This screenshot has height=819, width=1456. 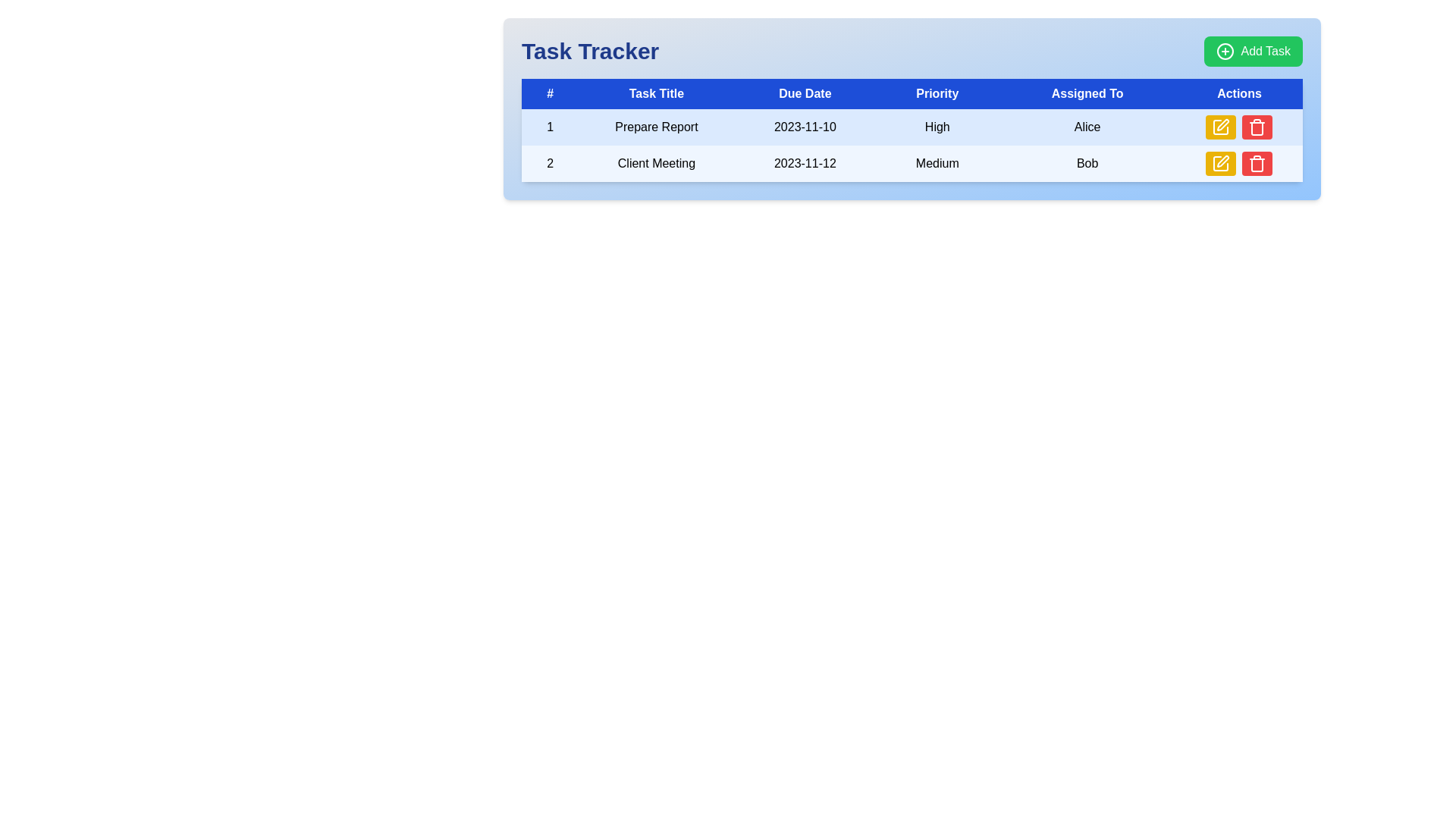 I want to click on the edit icon button located in the 'Actions' column of the table for the task titled 'Prepare Report', so click(x=1221, y=127).